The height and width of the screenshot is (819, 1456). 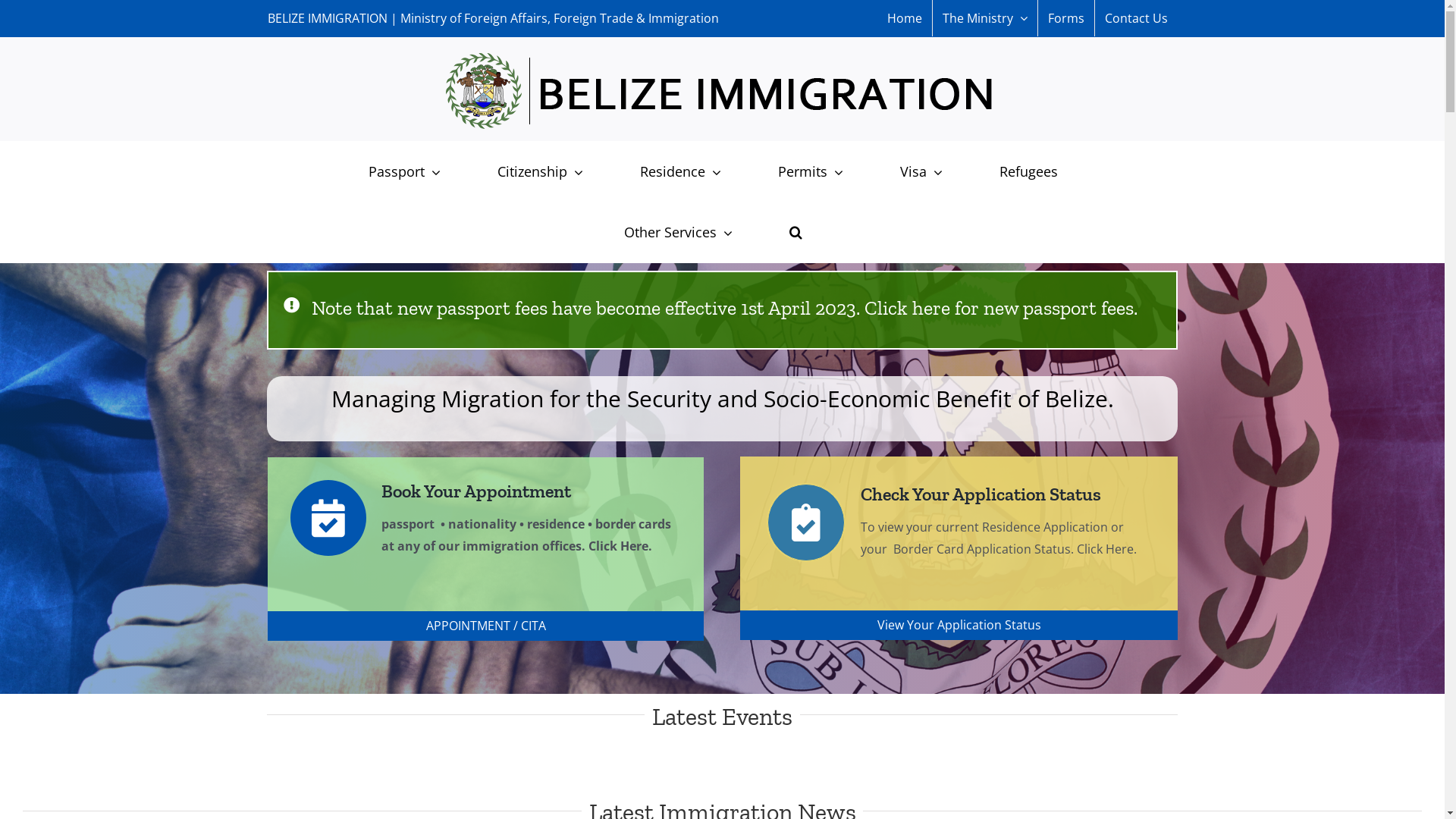 I want to click on 'The Ministry', so click(x=985, y=17).